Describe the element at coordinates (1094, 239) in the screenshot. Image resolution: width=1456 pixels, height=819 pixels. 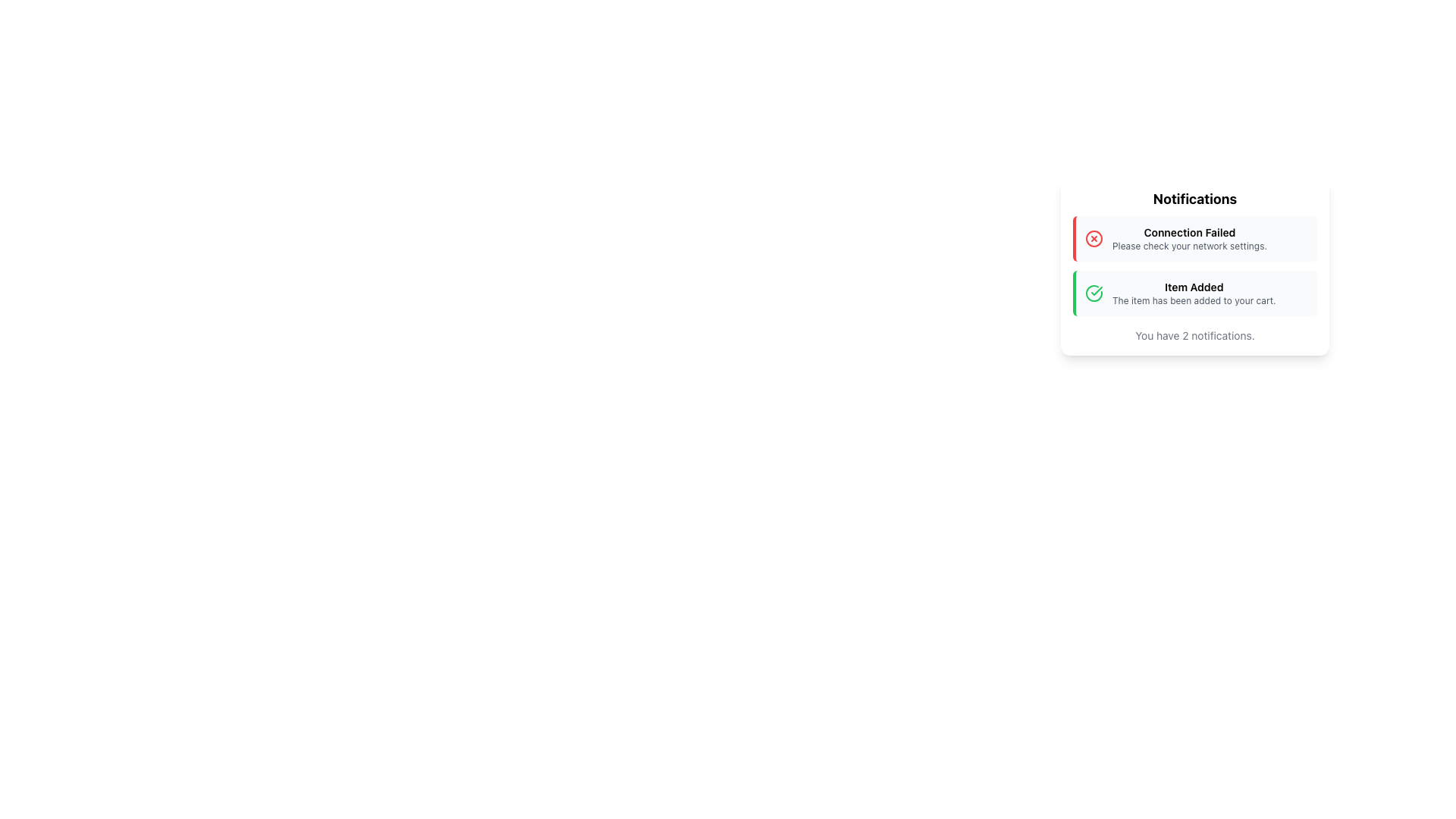
I see `the error icon indicating 'Connection Failed' located to the left of the text in the top notification` at that location.